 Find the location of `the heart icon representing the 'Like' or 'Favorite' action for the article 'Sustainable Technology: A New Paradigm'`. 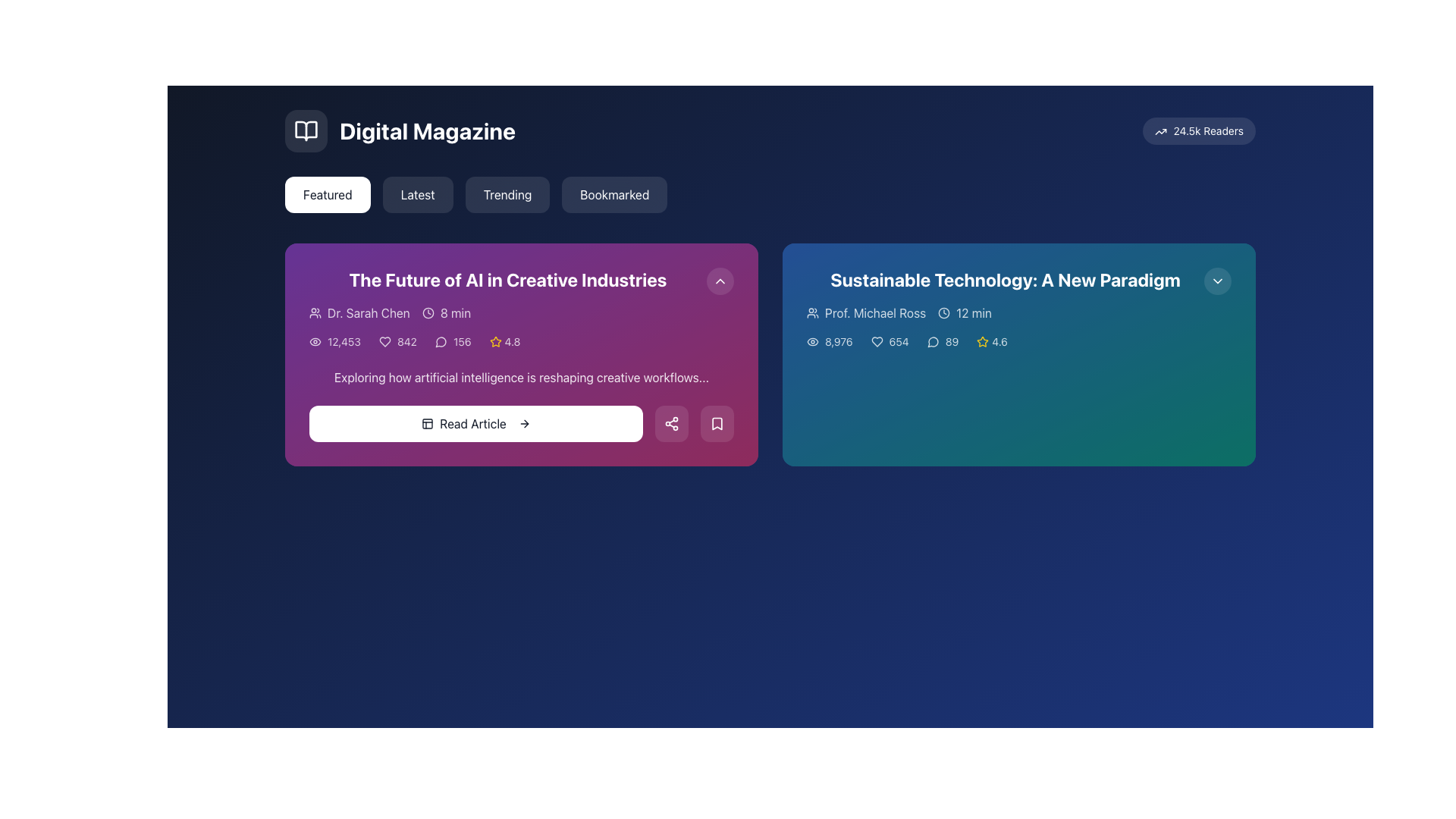

the heart icon representing the 'Like' or 'Favorite' action for the article 'Sustainable Technology: A New Paradigm' is located at coordinates (877, 342).